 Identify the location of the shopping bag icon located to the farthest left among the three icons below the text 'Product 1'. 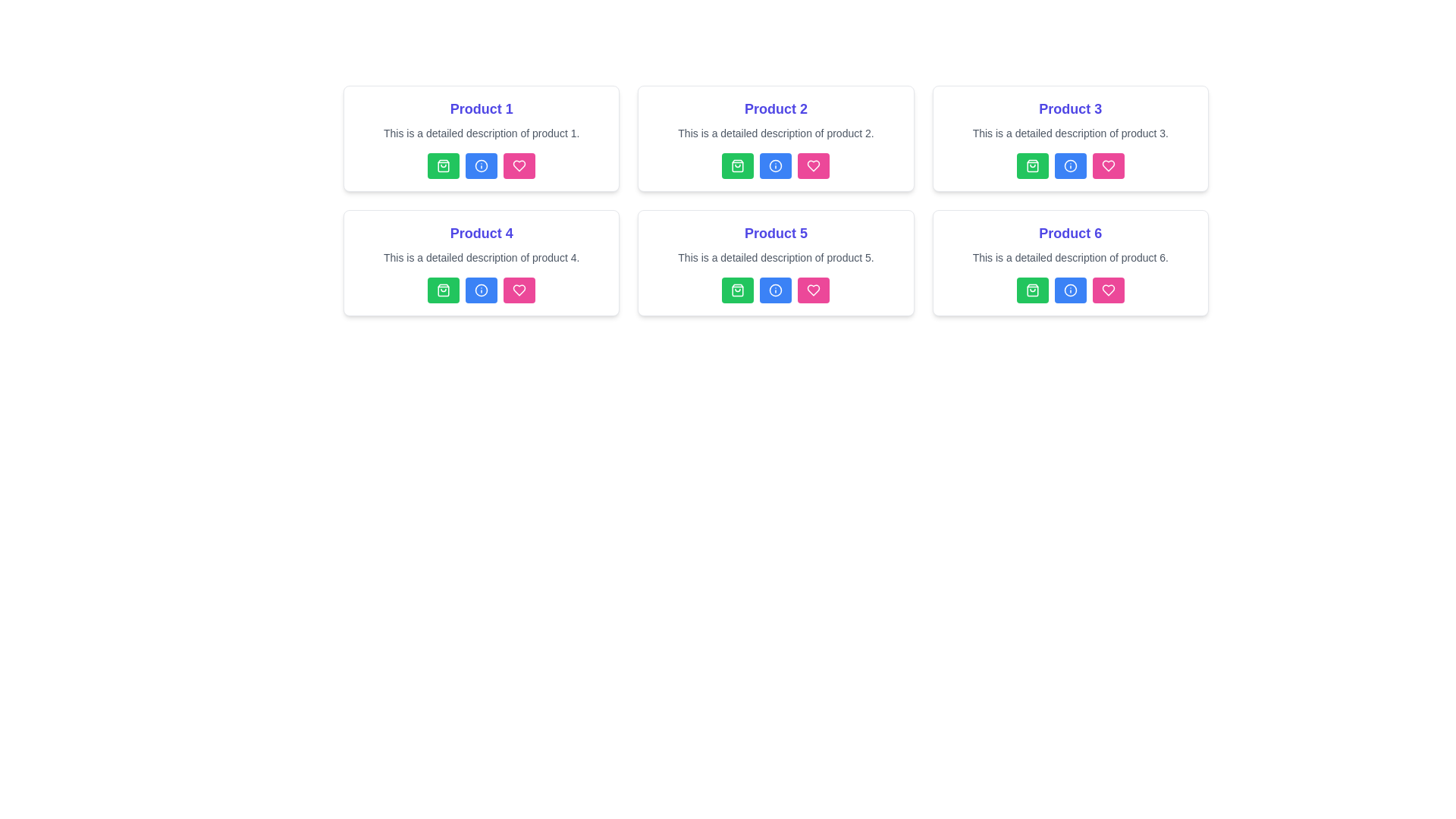
(443, 166).